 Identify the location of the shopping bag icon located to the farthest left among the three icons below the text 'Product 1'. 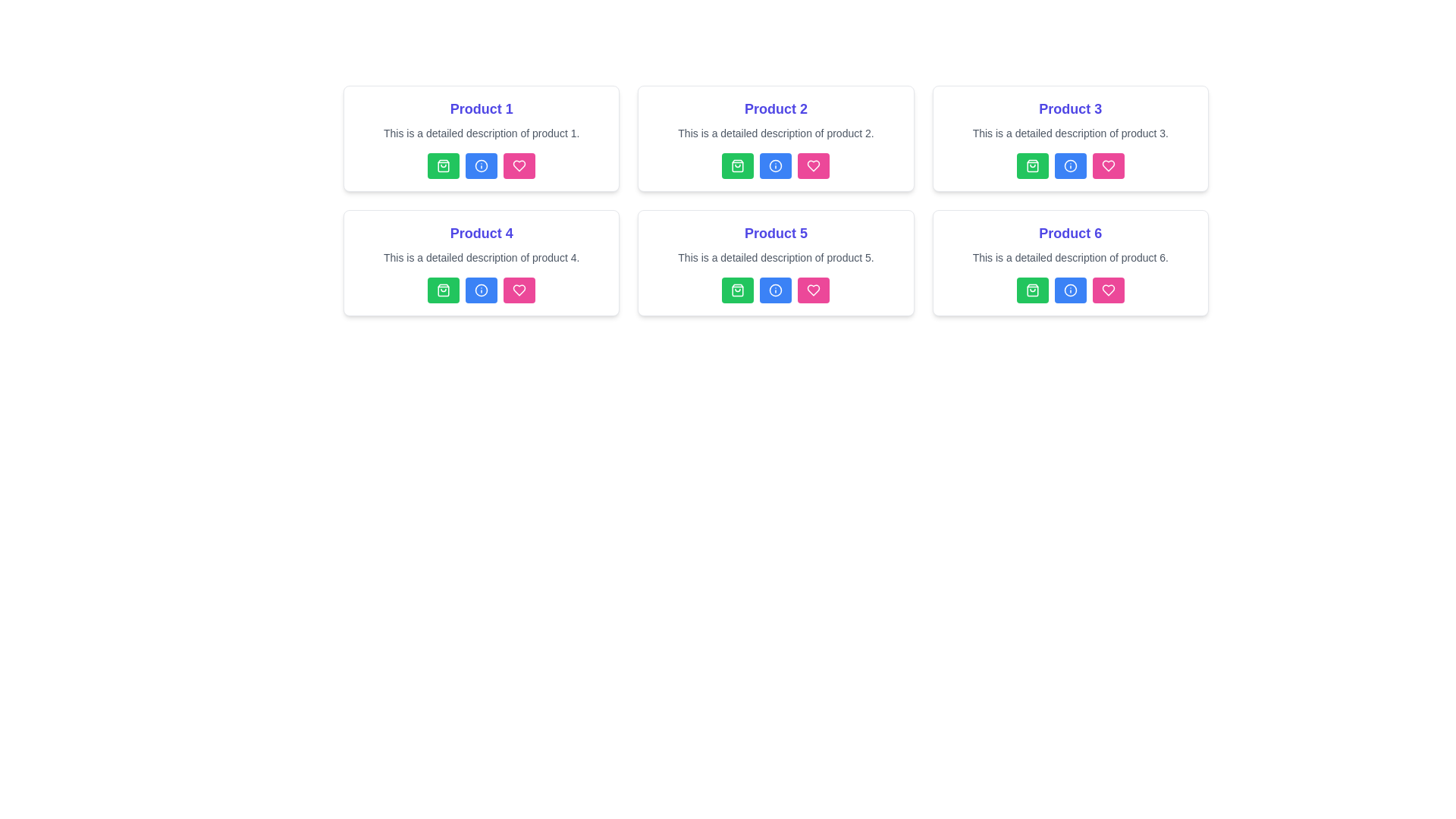
(443, 166).